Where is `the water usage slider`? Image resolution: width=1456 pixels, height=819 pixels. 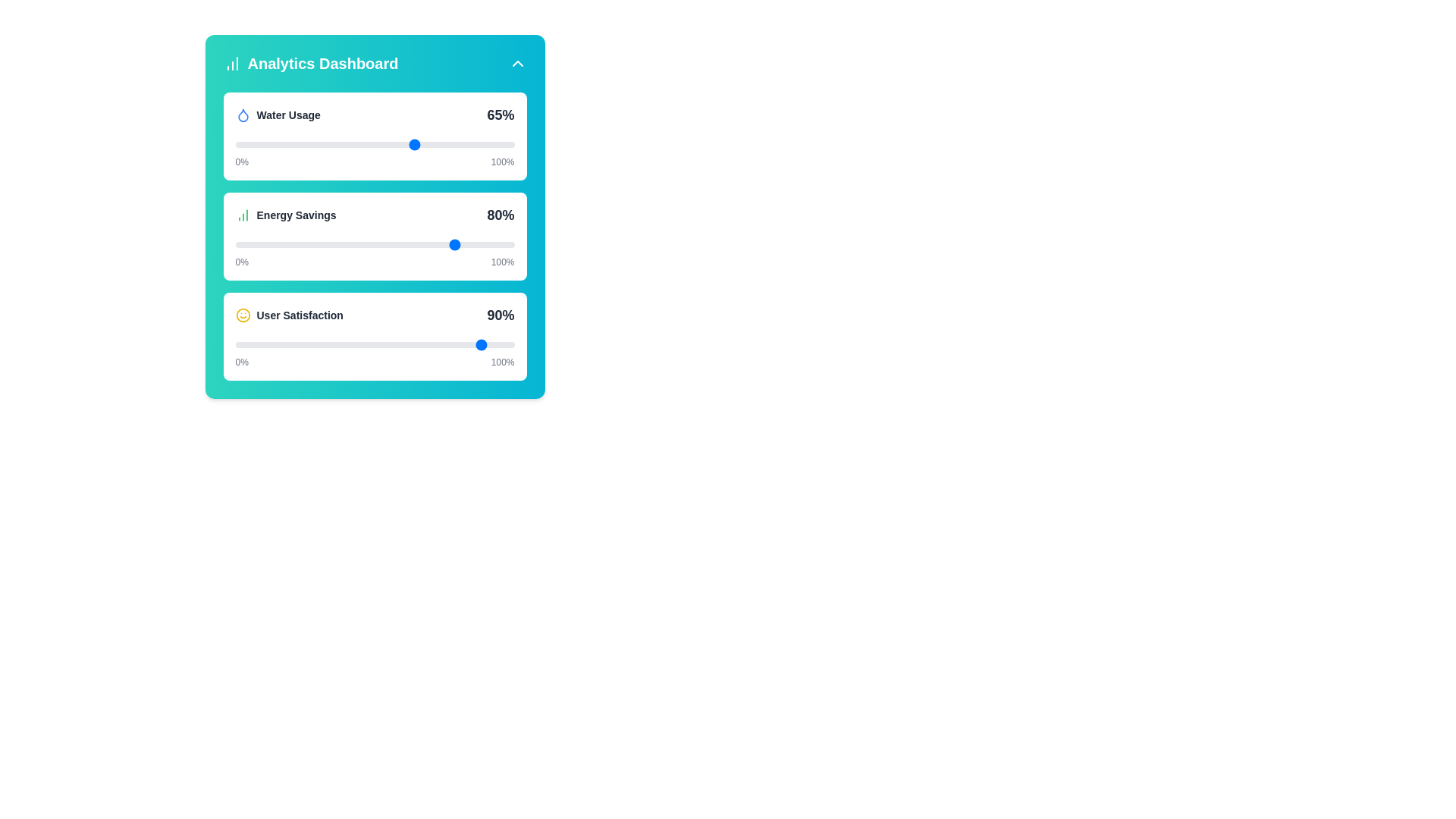
the water usage slider is located at coordinates (249, 145).